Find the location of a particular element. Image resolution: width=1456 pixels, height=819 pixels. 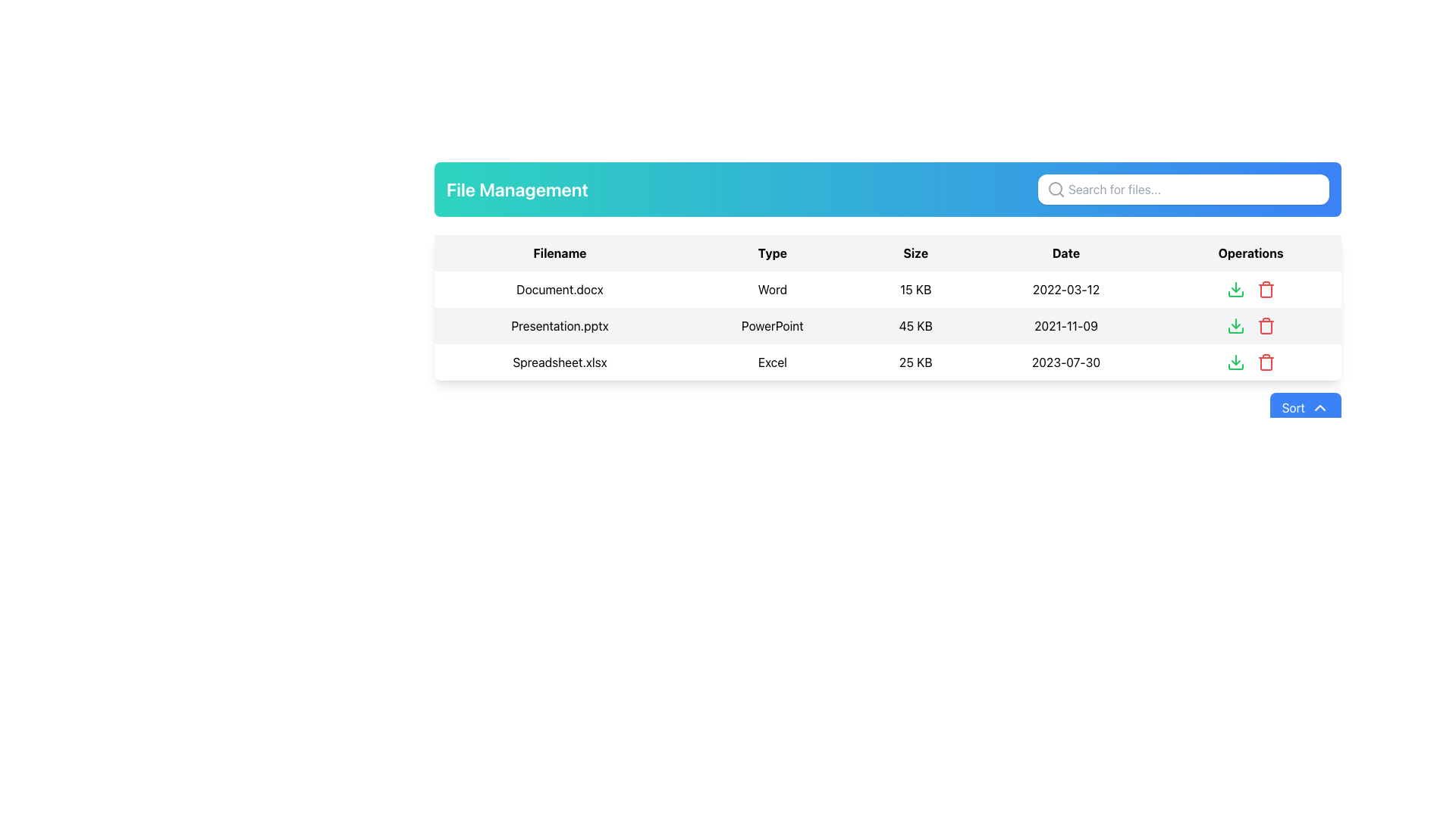

the Text element displaying the date of 'Spreadsheet.xlsx' in the 'File Management' interface, located in the fourth position of the 'Date' column is located at coordinates (1065, 362).